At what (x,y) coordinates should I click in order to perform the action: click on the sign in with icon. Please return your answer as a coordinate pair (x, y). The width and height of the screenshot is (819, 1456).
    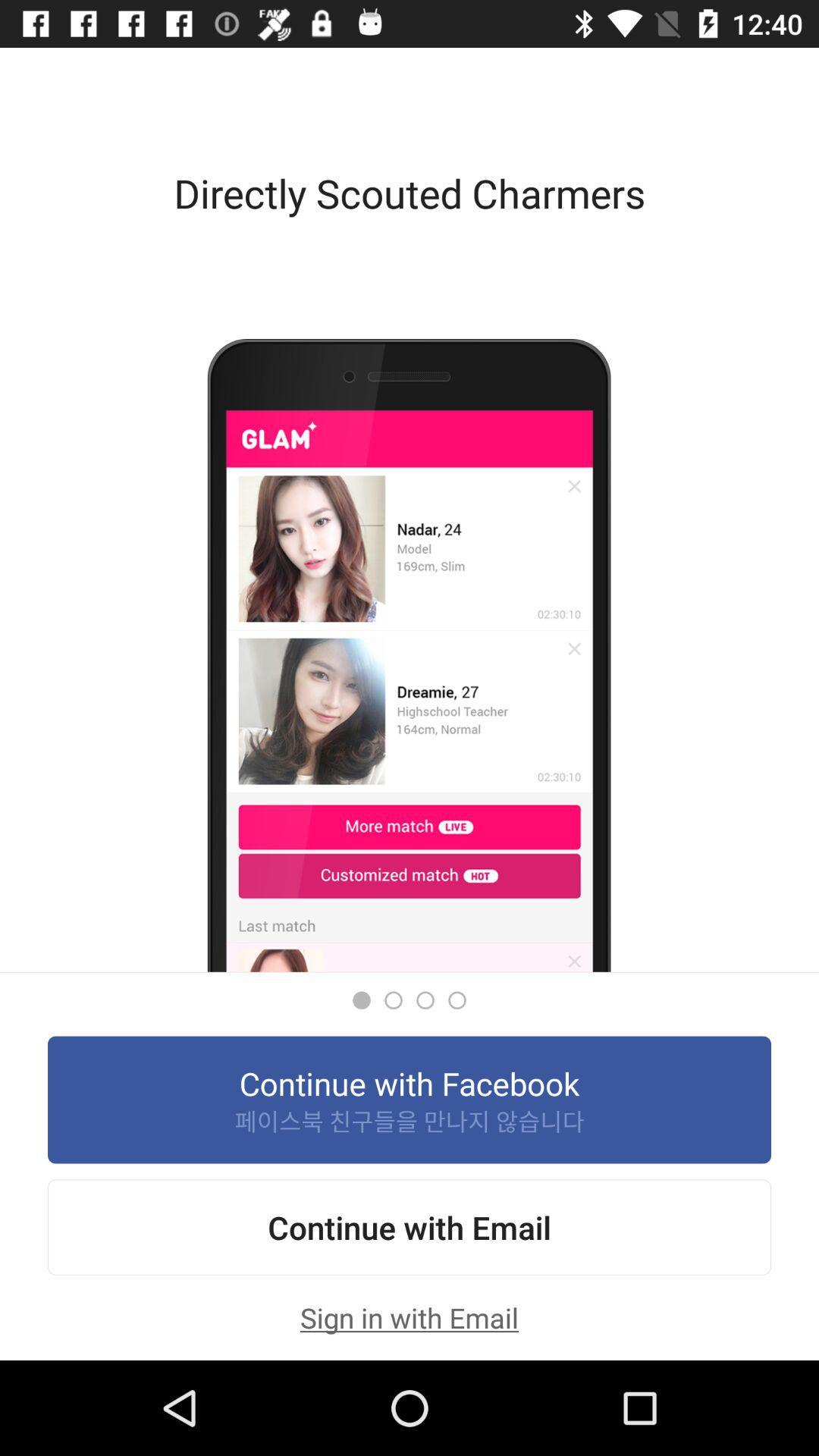
    Looking at the image, I should click on (409, 1316).